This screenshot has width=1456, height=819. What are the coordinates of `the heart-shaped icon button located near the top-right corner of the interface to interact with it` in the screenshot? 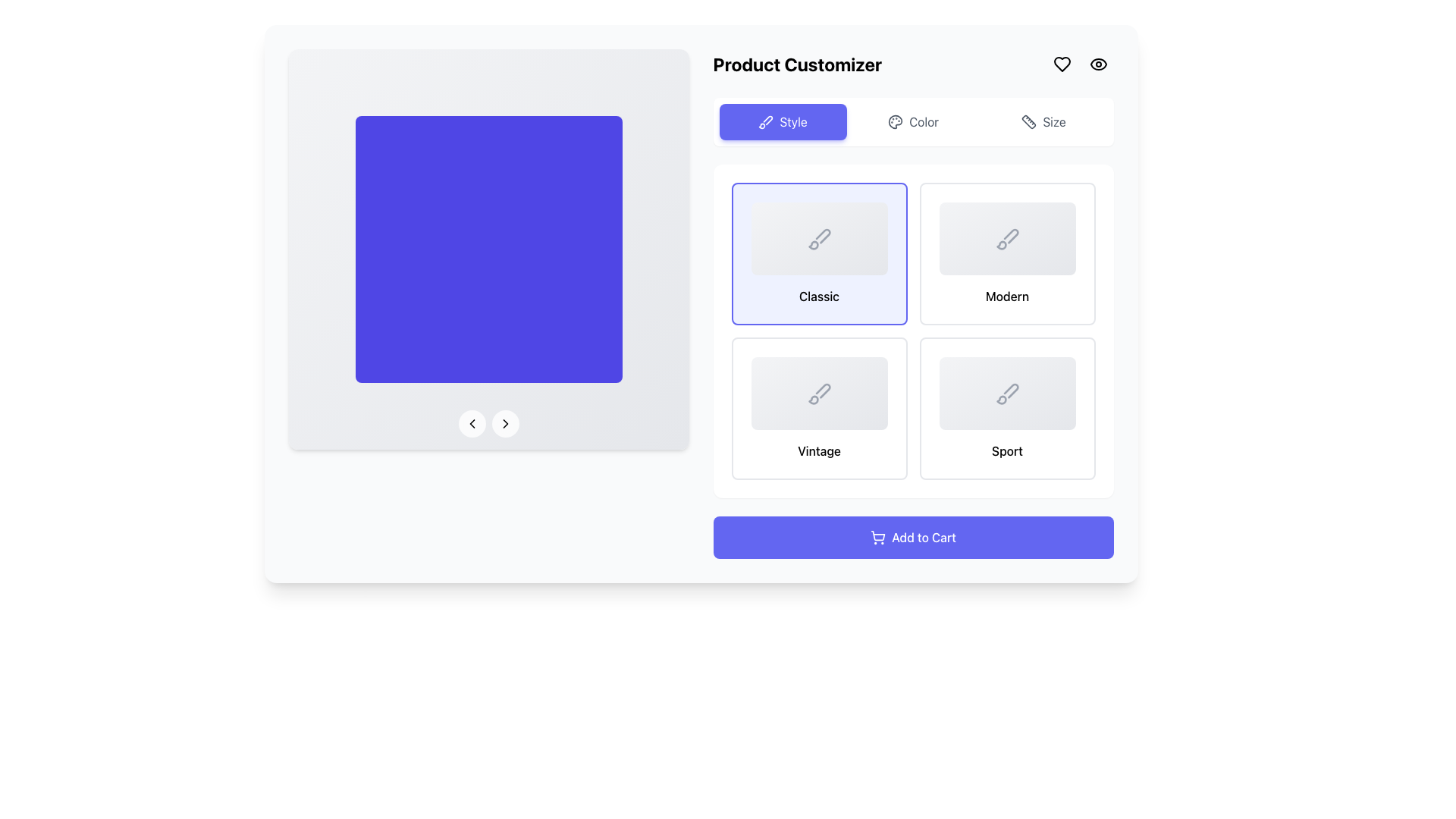 It's located at (1061, 63).